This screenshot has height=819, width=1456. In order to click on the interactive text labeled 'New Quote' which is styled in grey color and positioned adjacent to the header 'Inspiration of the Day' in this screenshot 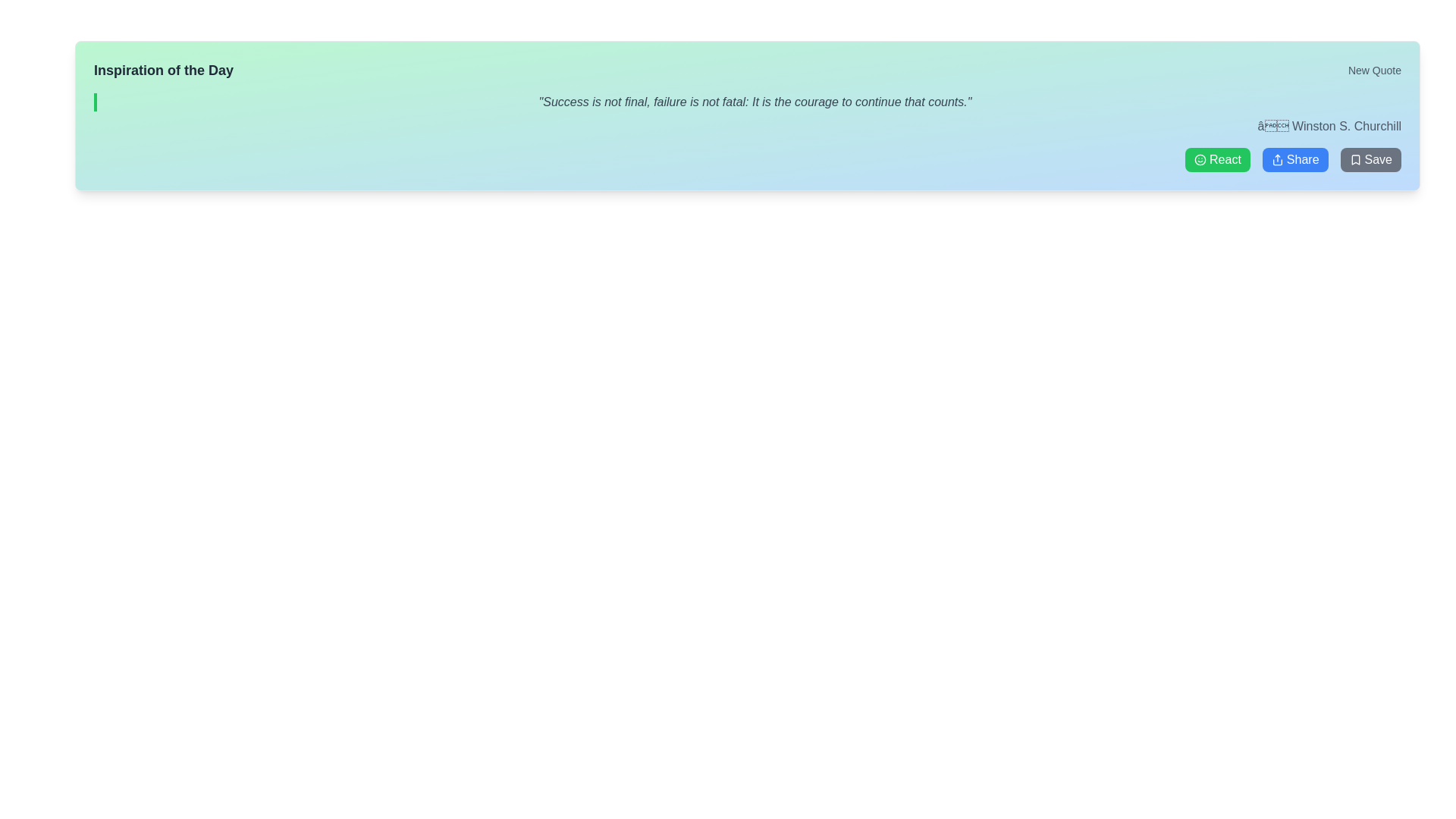, I will do `click(1375, 70)`.